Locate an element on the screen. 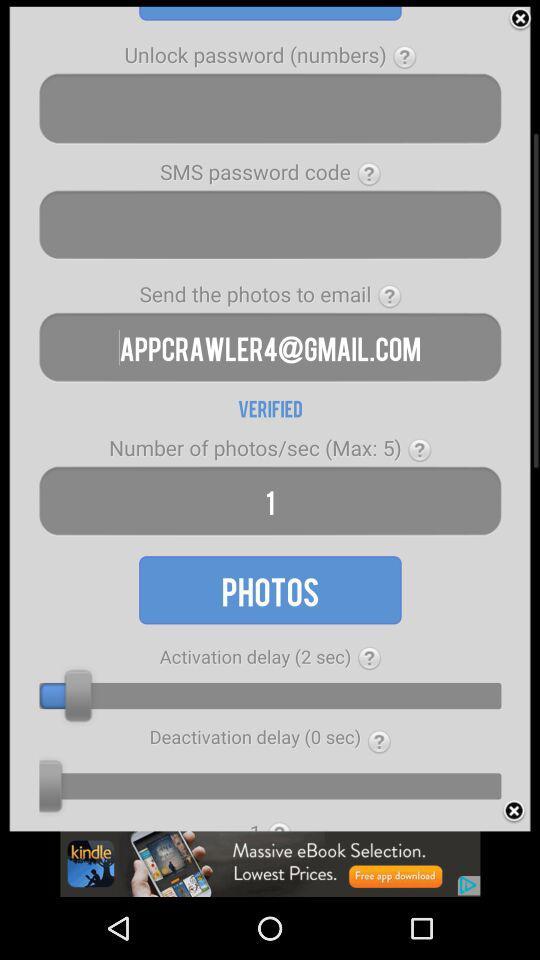  sms passcode is located at coordinates (270, 225).